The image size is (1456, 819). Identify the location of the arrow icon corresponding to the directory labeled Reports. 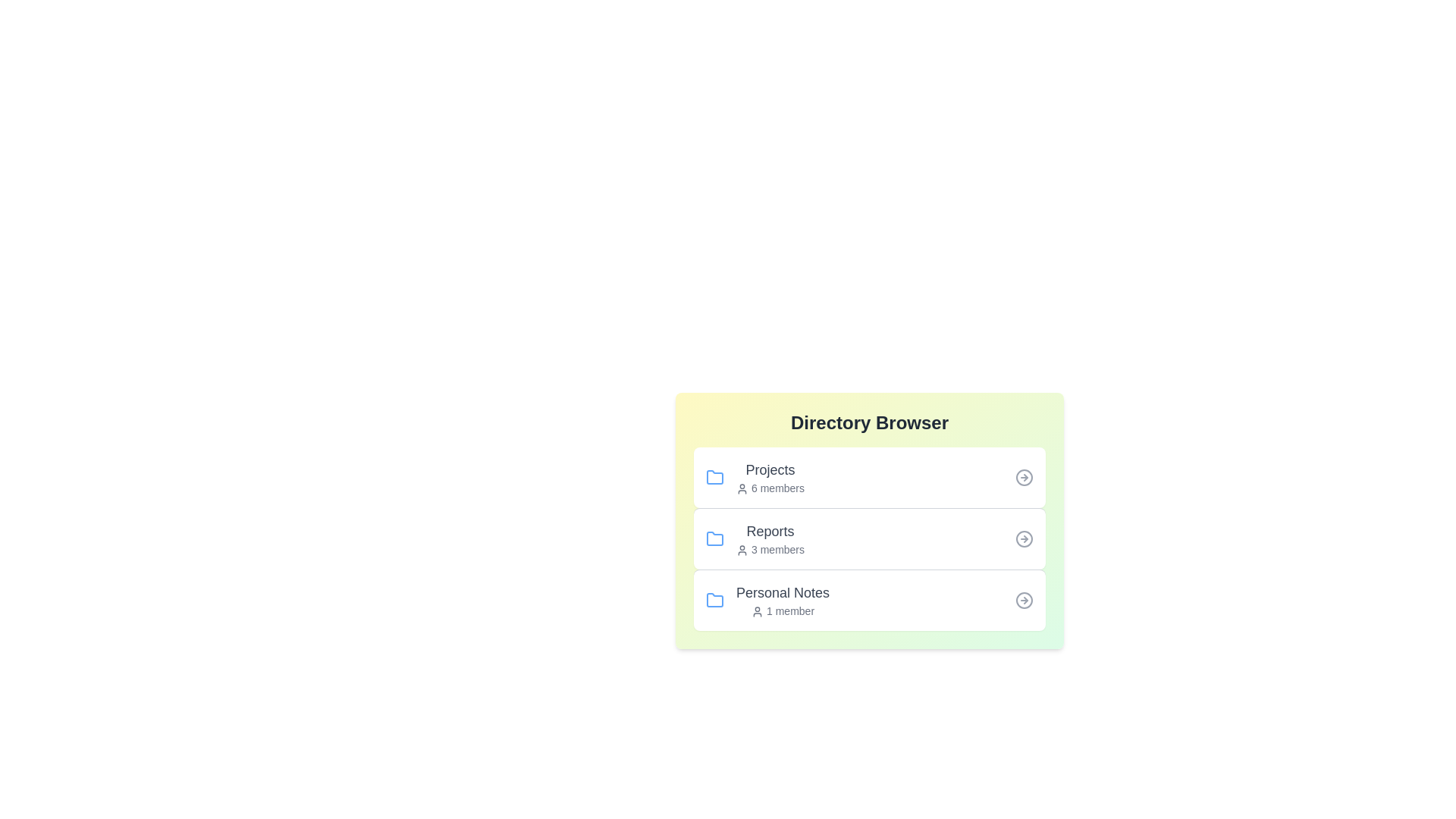
(1024, 538).